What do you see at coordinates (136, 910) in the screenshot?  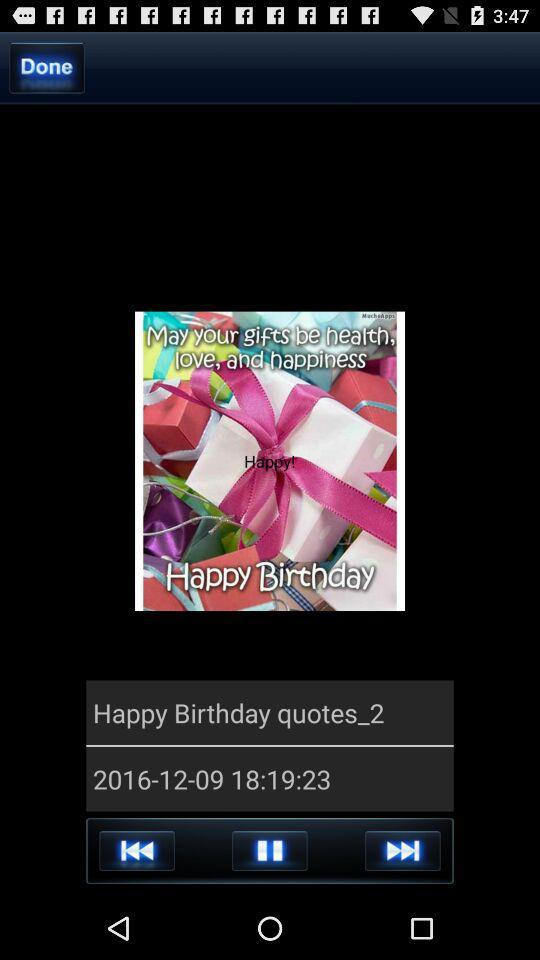 I see `the av_rewind icon` at bounding box center [136, 910].